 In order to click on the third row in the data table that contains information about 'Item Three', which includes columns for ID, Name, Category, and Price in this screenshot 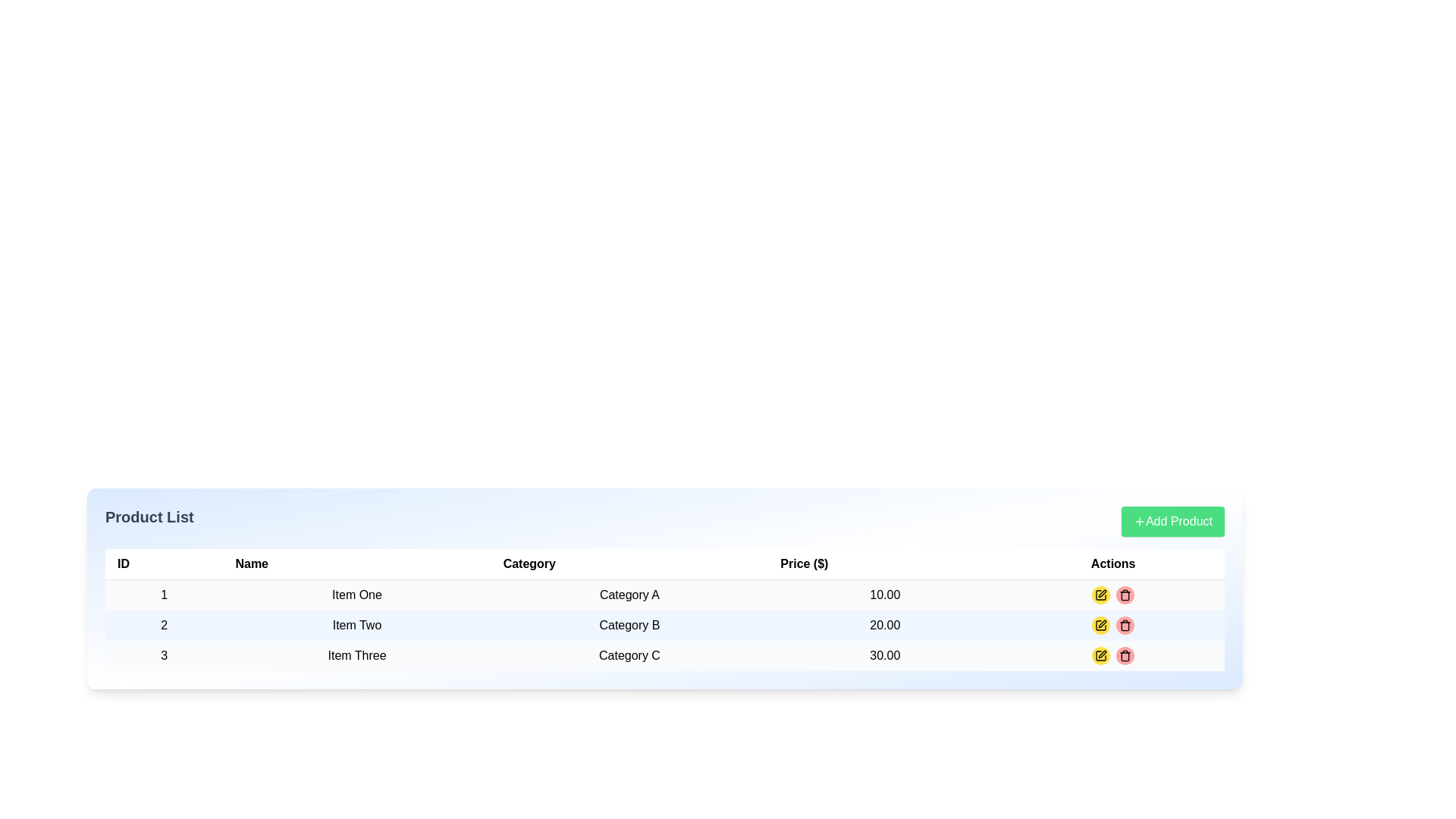, I will do `click(665, 654)`.